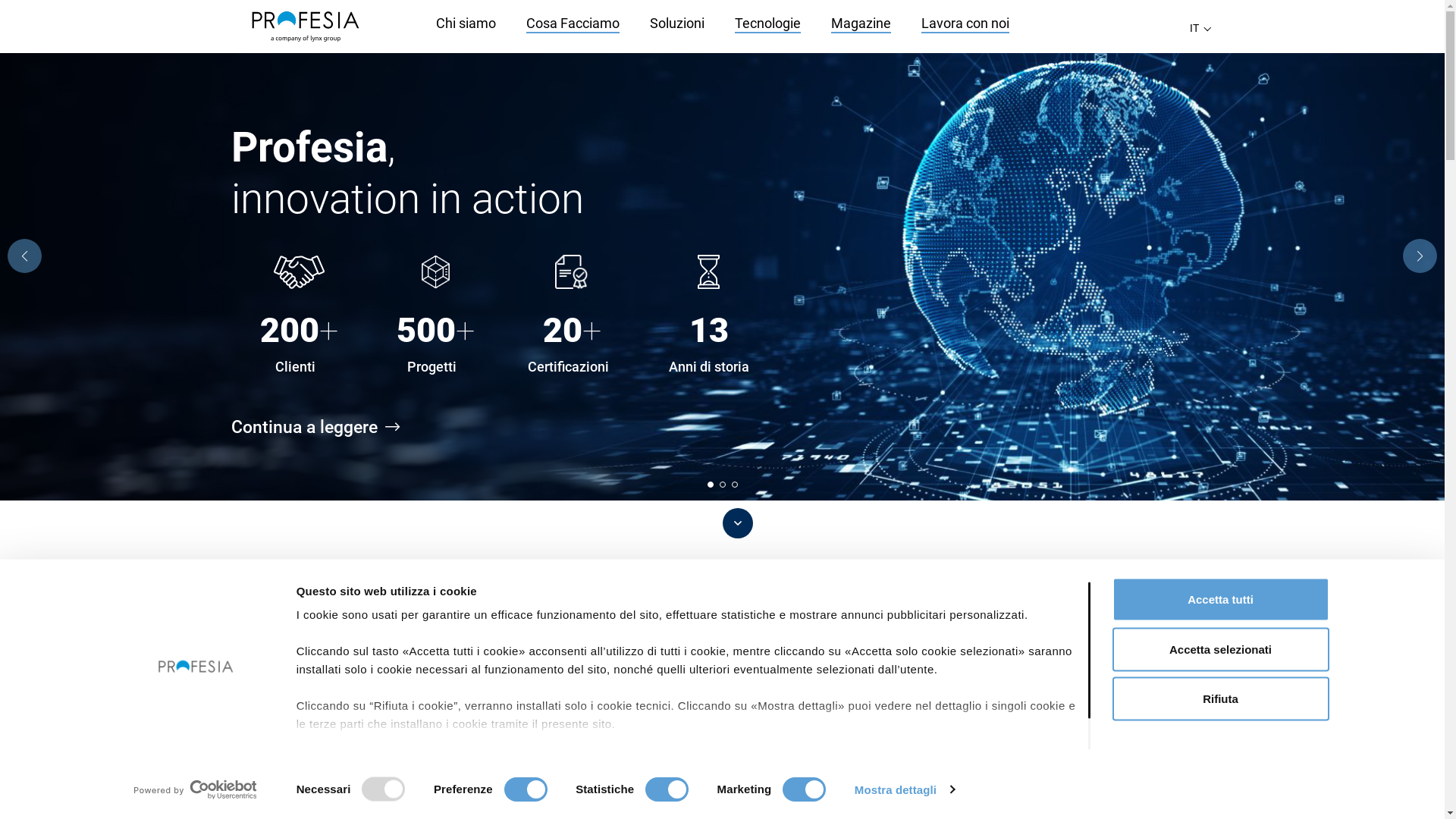  Describe the element at coordinates (964, 24) in the screenshot. I see `'Lavora con noi'` at that location.